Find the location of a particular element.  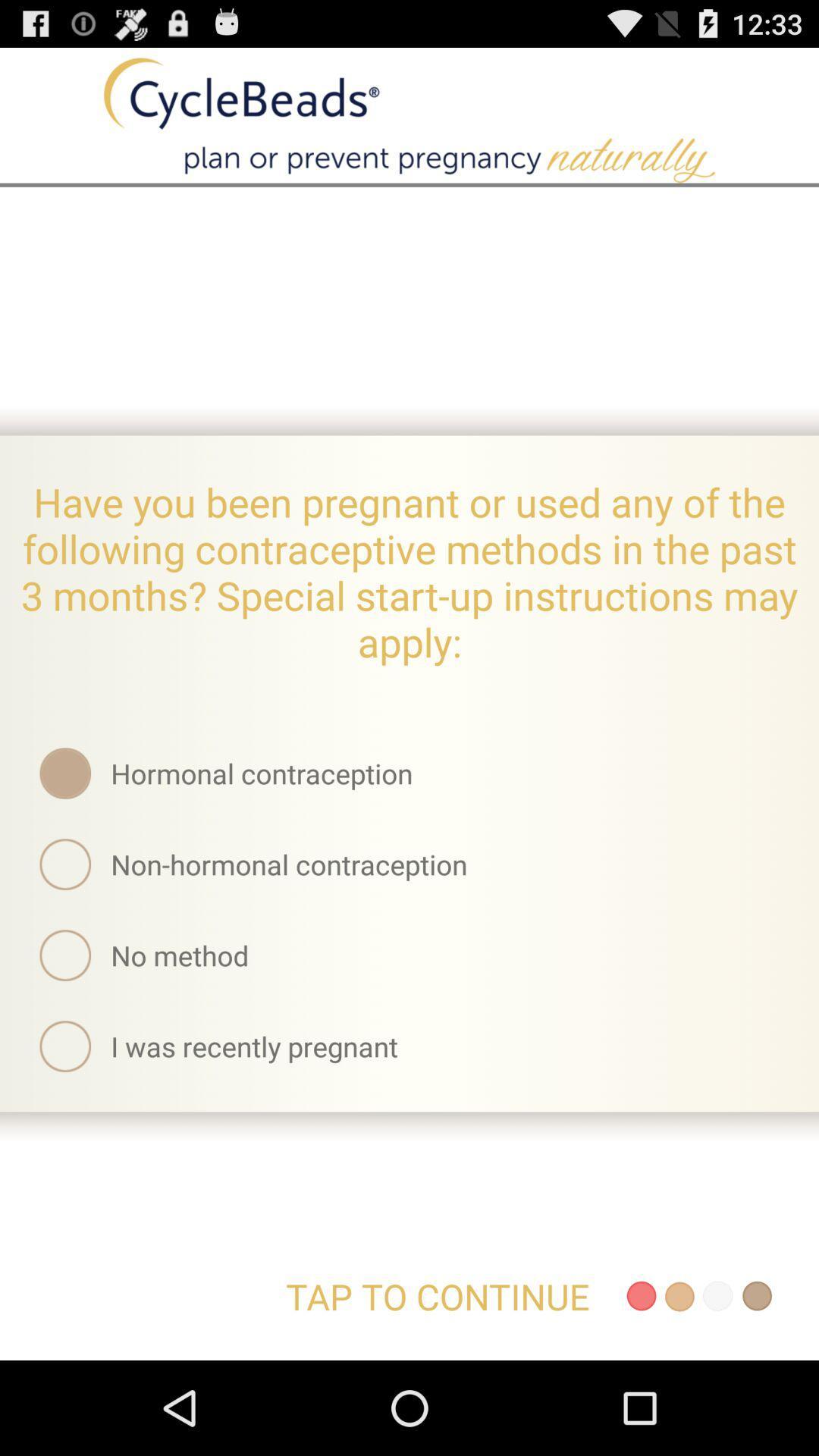

the circle below no method is located at coordinates (64, 1046).